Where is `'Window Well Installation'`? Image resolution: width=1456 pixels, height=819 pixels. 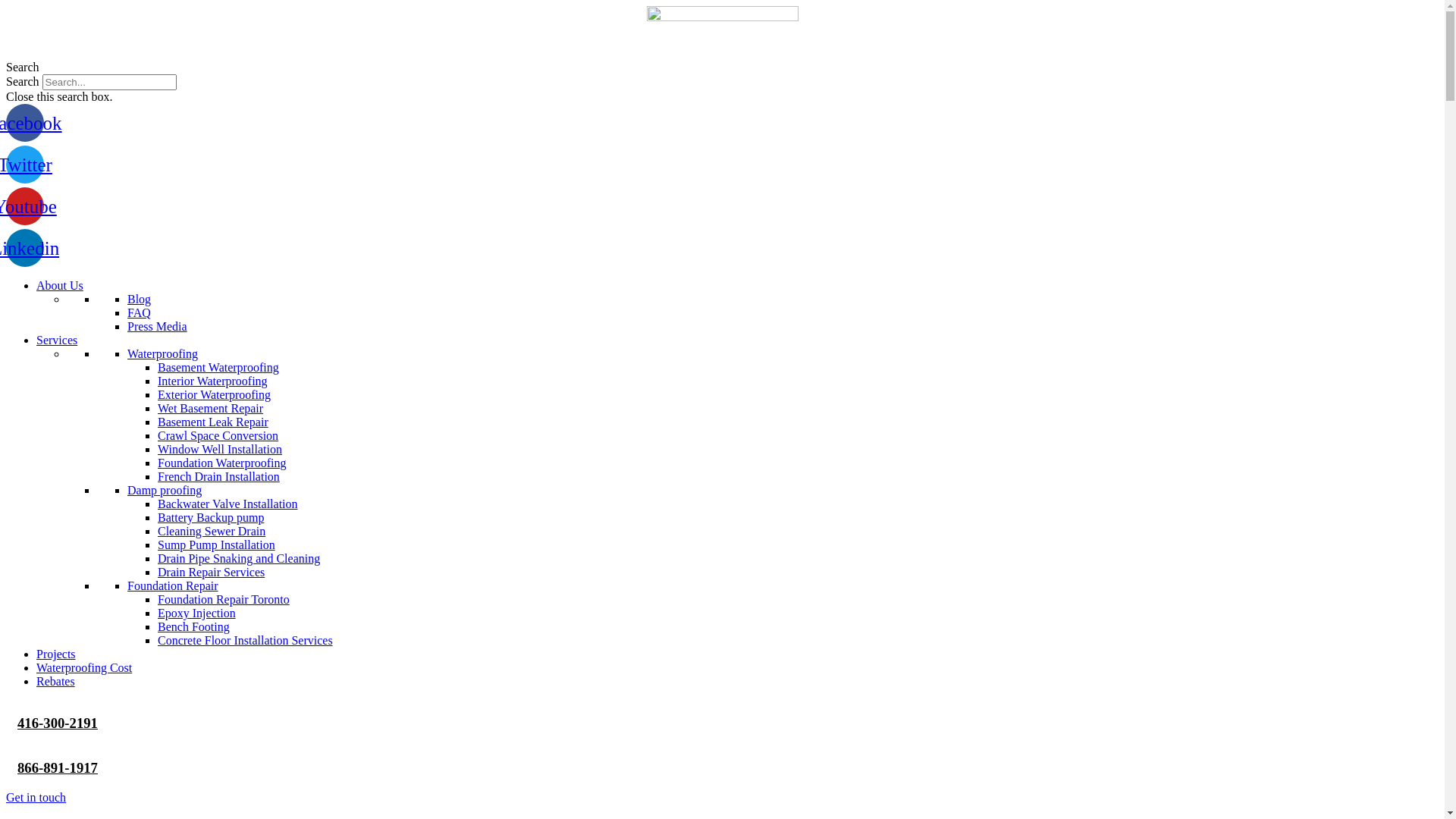
'Window Well Installation' is located at coordinates (157, 448).